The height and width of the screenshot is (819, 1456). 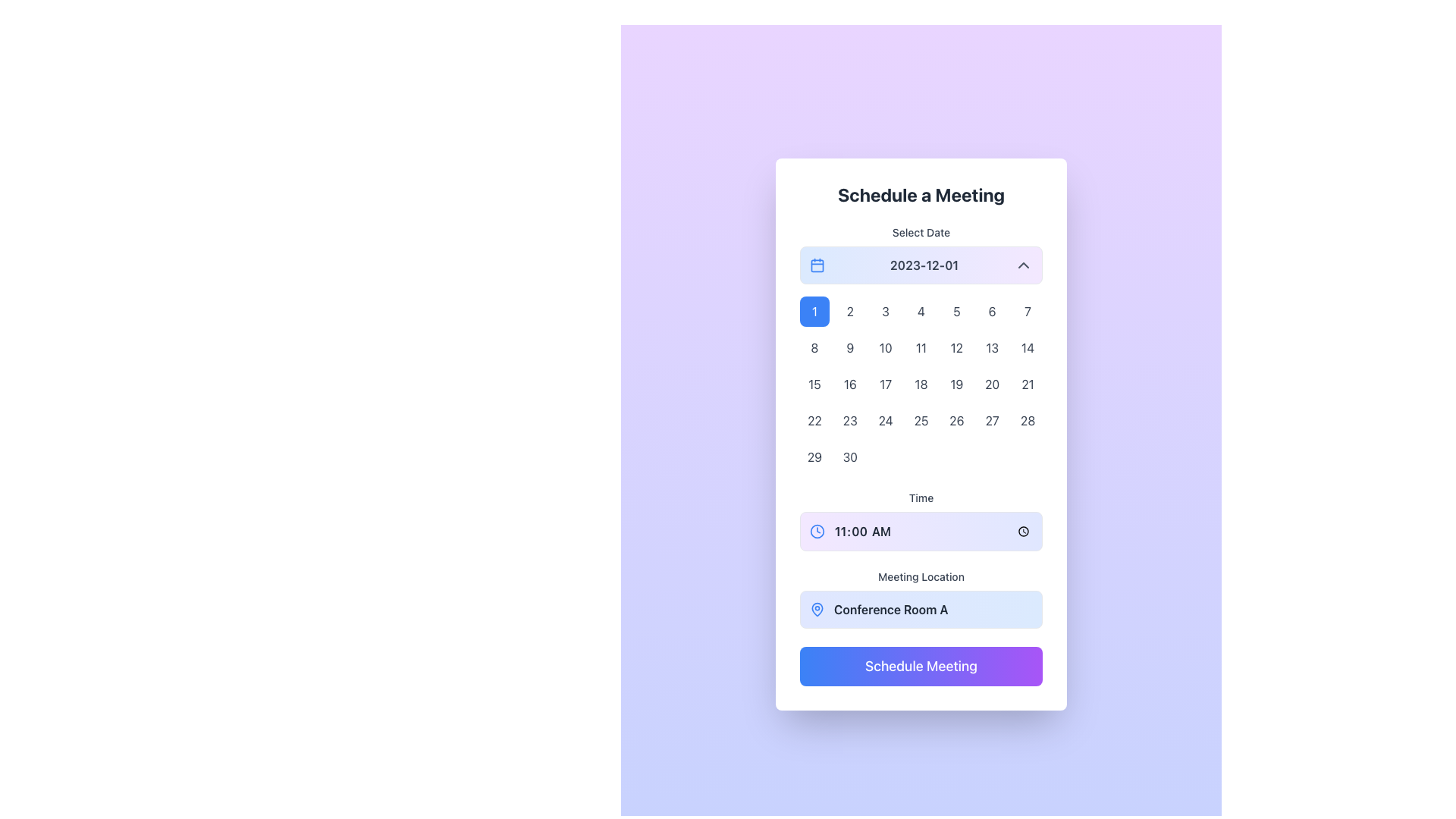 I want to click on the selectable date option button for the '24th' in the calendar, so click(x=886, y=421).